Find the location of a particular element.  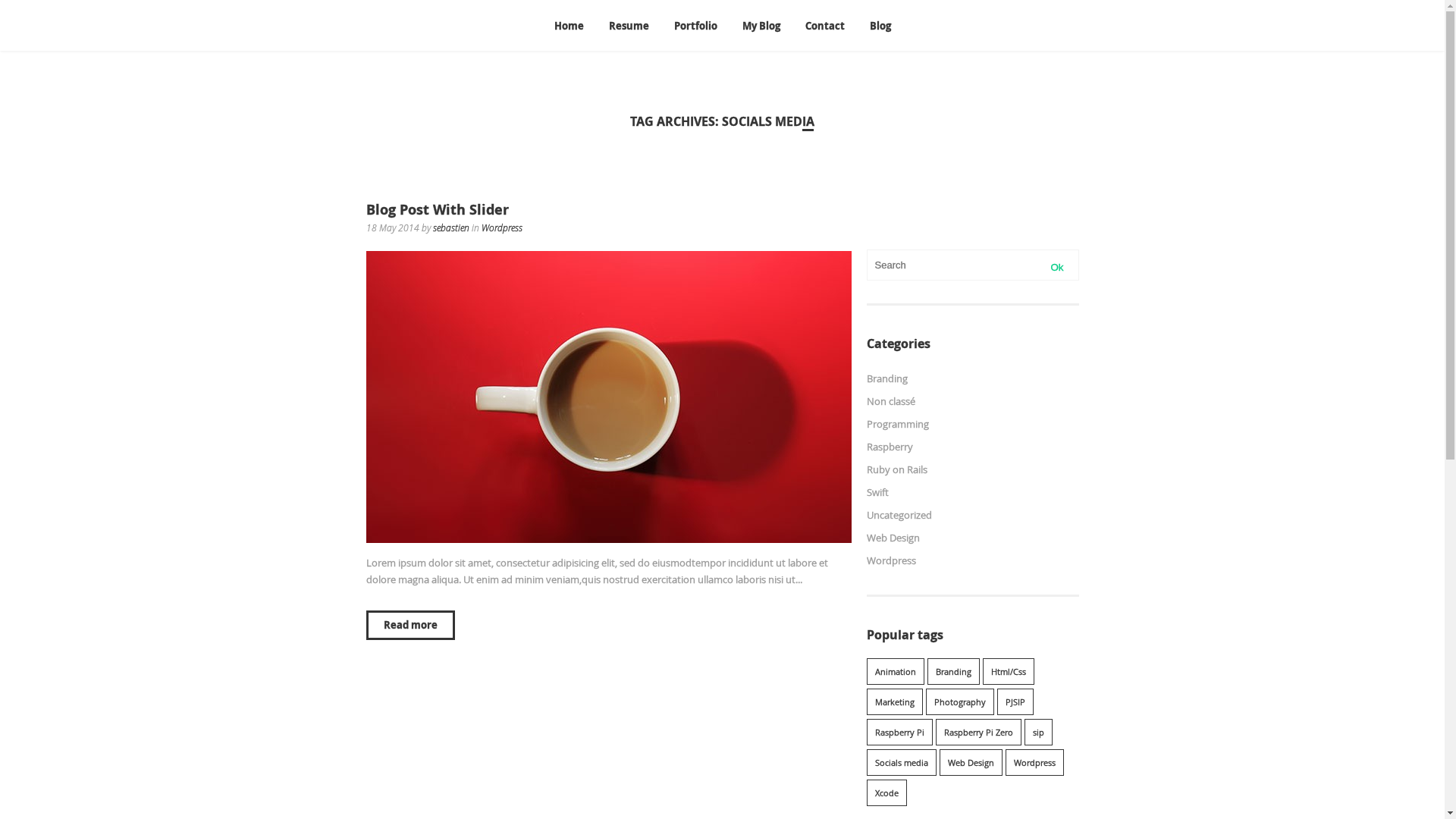

'Wordpress' is located at coordinates (1034, 762).